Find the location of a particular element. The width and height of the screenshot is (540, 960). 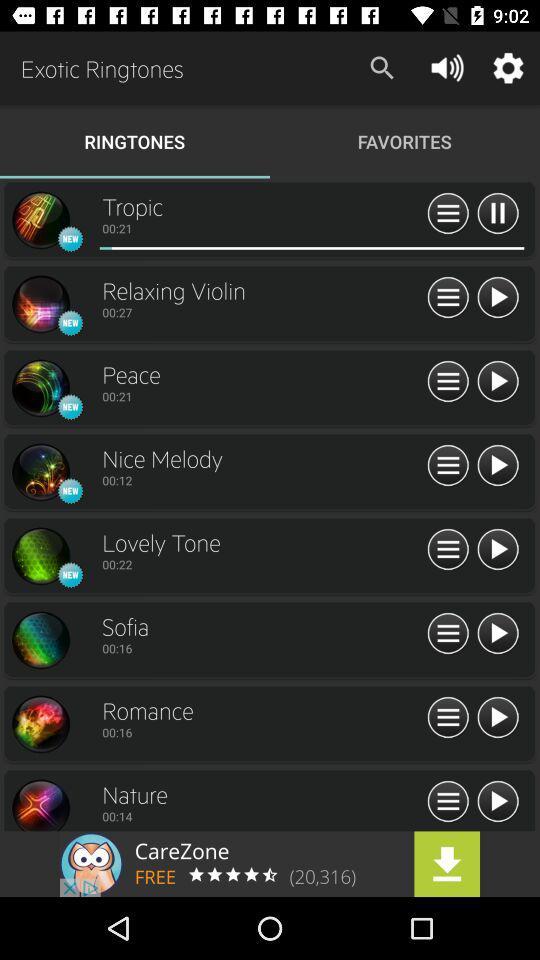

bottom of relaxing violin is located at coordinates (262, 312).